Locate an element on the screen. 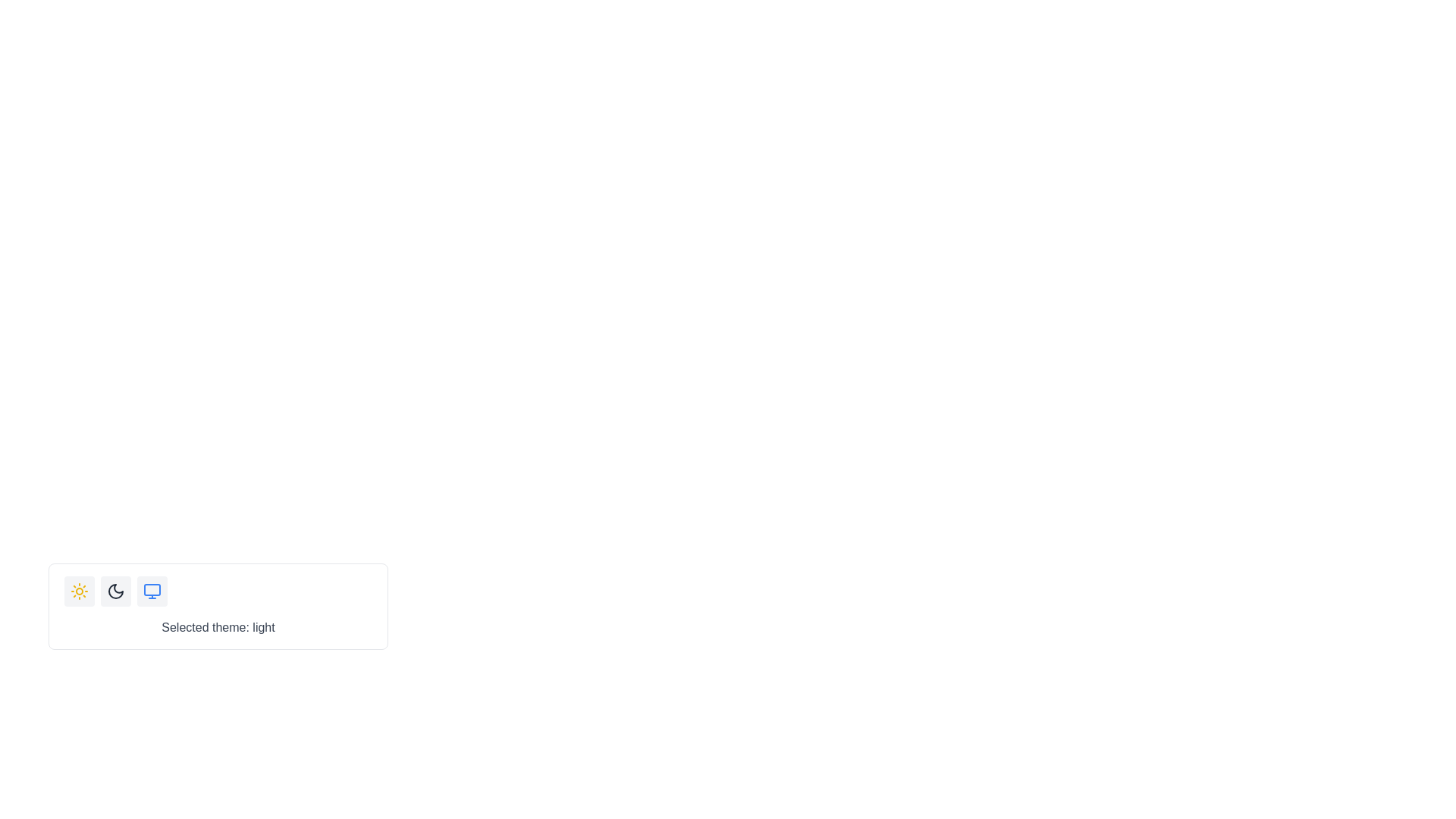 The width and height of the screenshot is (1456, 819). the sunlight icon located at the center of the first button in the horizontal row of buttons to switch the interface's theme to light mode is located at coordinates (79, 590).